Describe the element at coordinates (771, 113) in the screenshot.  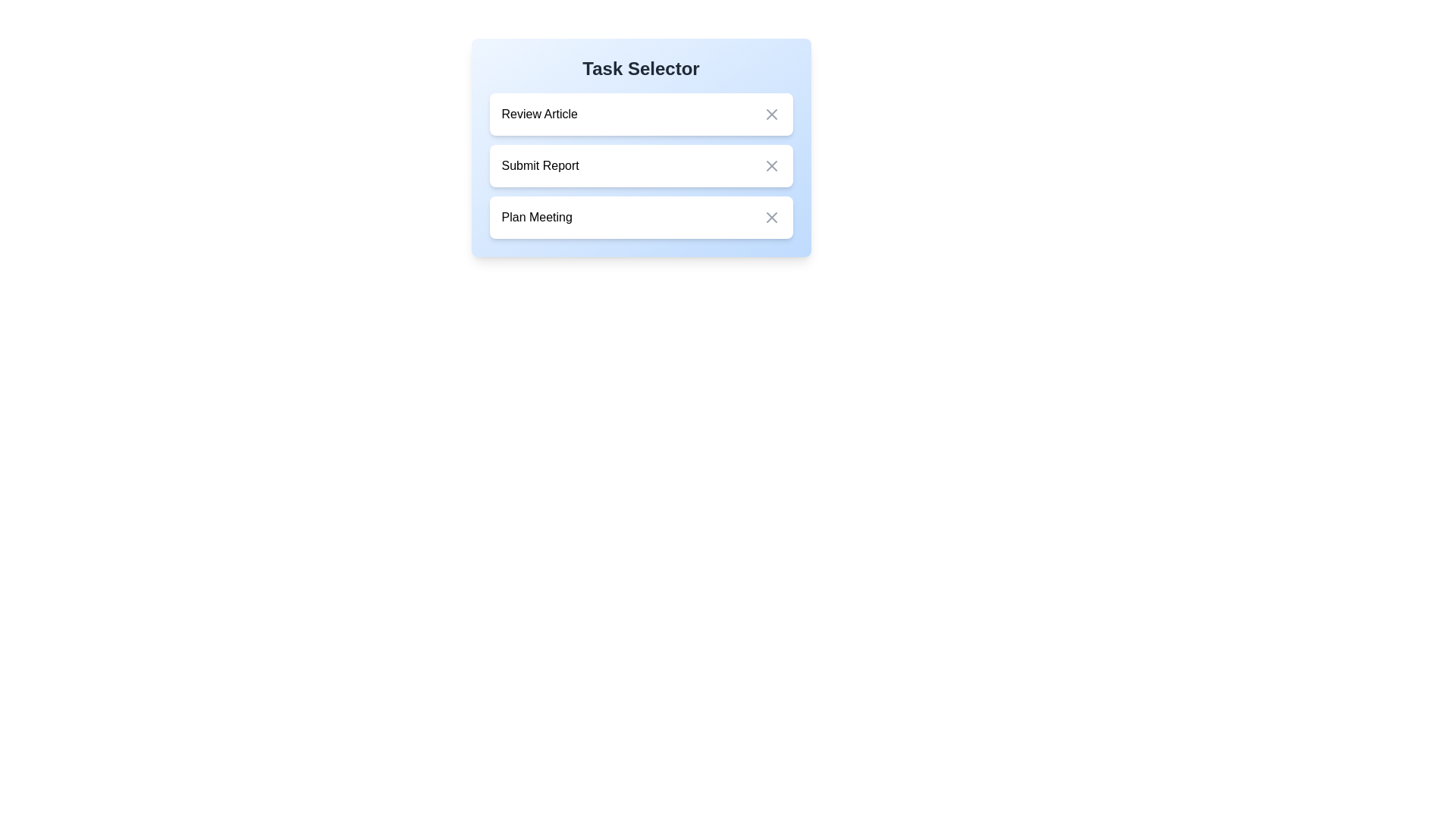
I see `the 'close' icon button located at the top-right corner of the panel containing the text 'Review Article'` at that location.